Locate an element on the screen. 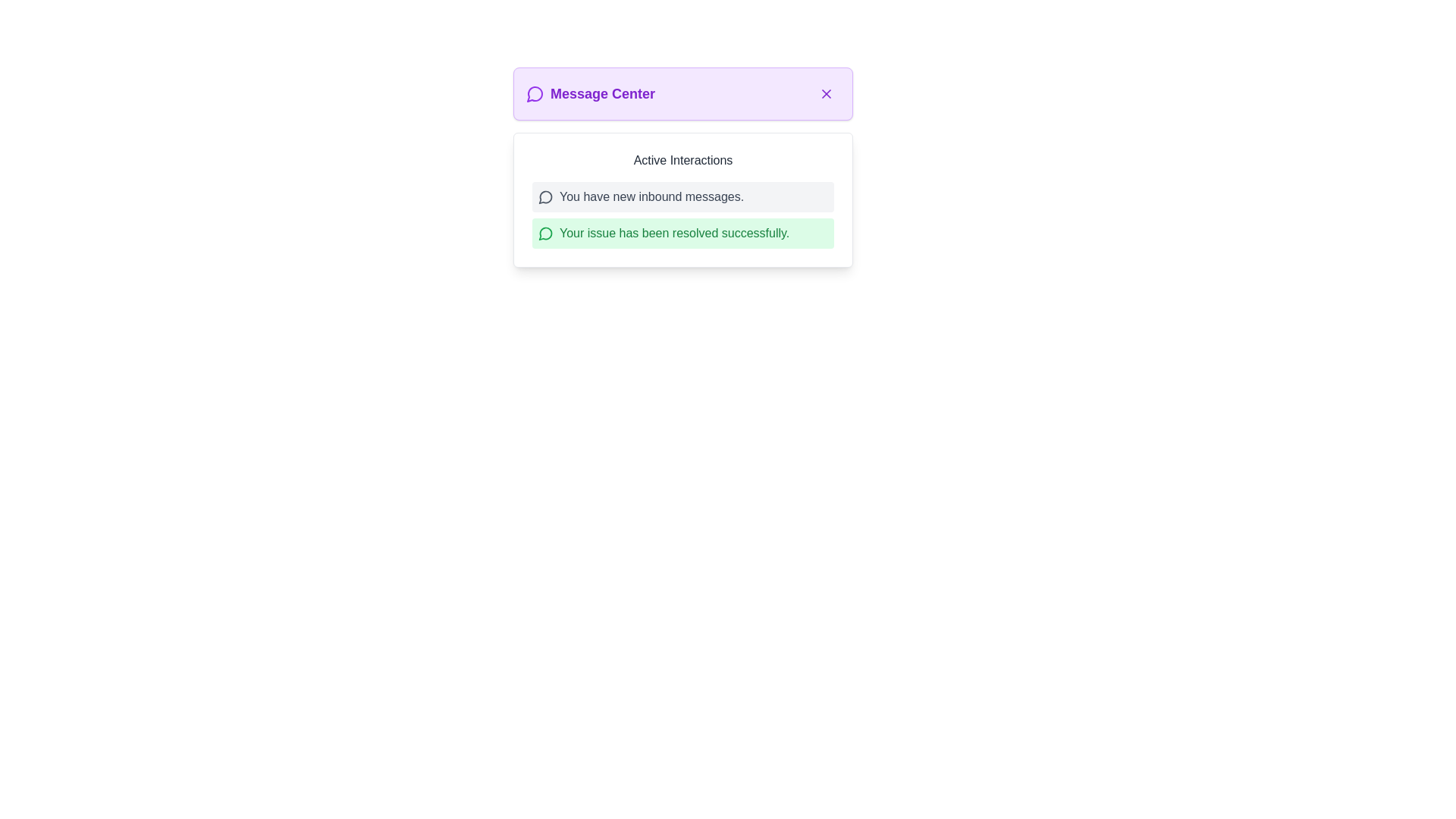 This screenshot has width=1456, height=819. the circular icon with a gray outline and speech bubble shape, which is located immediately to the left of the text 'You have new inbound messages.' is located at coordinates (546, 196).